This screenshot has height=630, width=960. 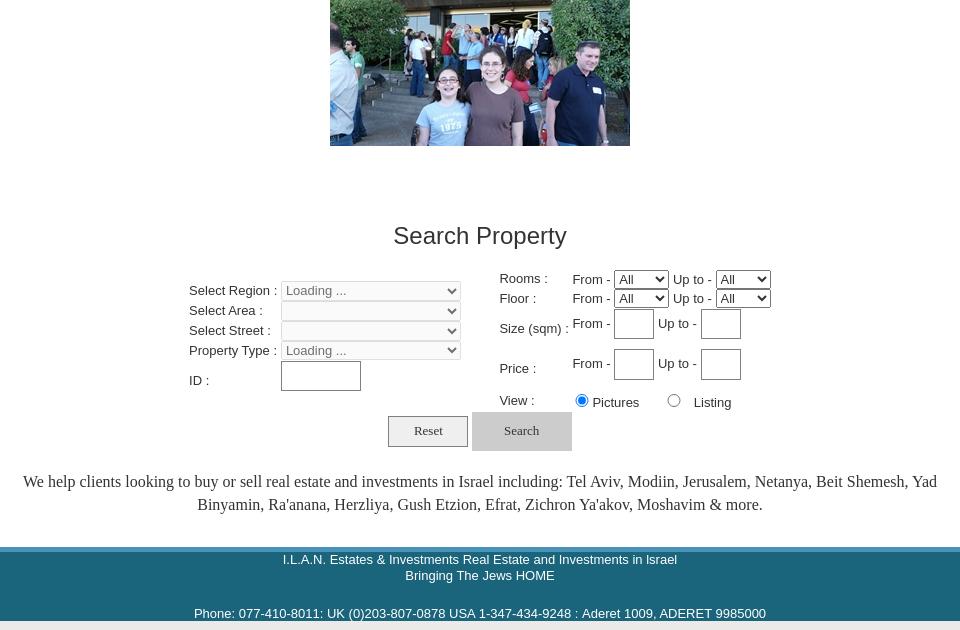 I want to click on '077-410-8011', so click(x=277, y=612).